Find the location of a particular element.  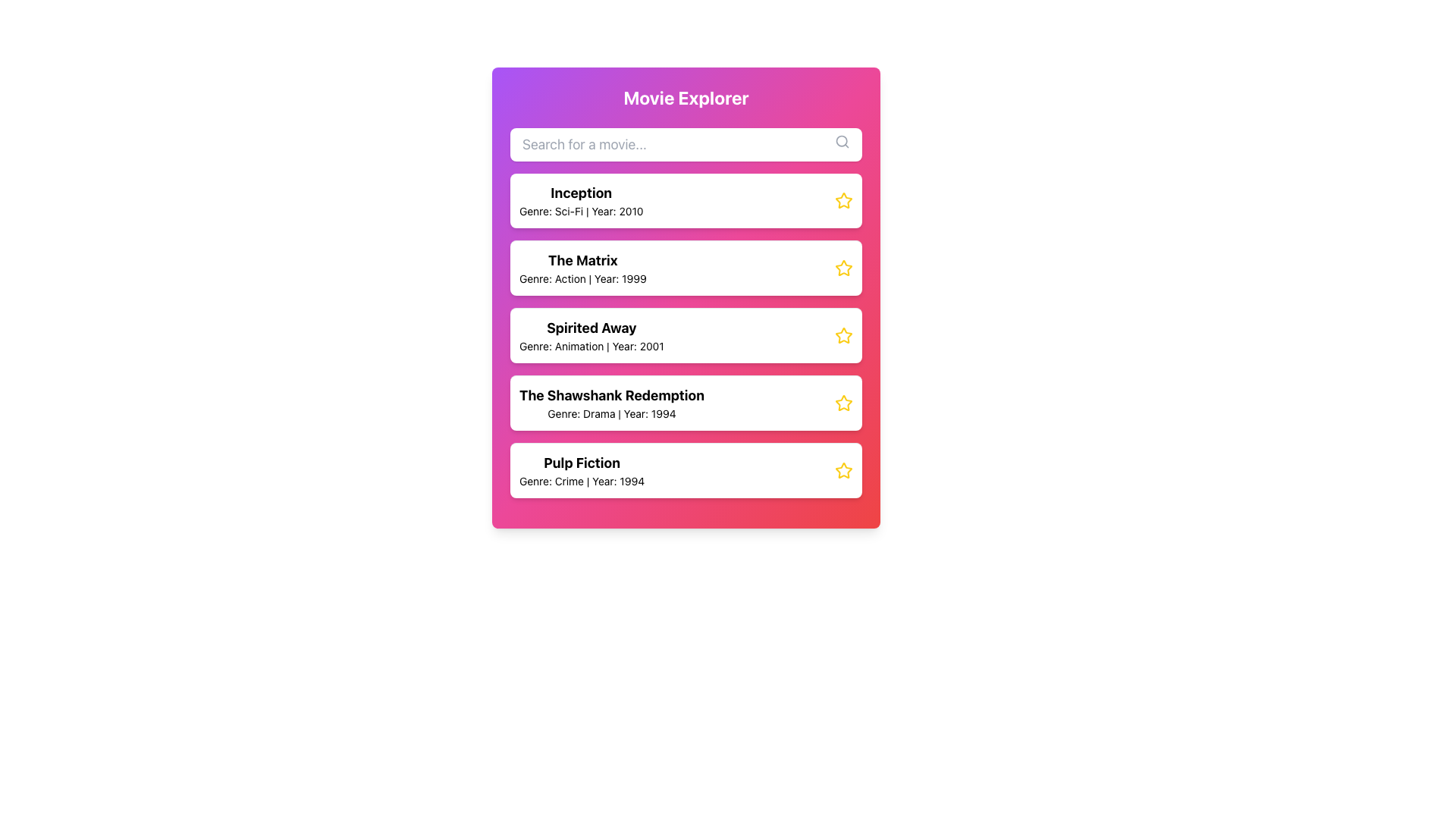

the text display element showing 'The Matrix' with genre and year information, located below 'Inception' and above 'Spirited Away' is located at coordinates (582, 268).